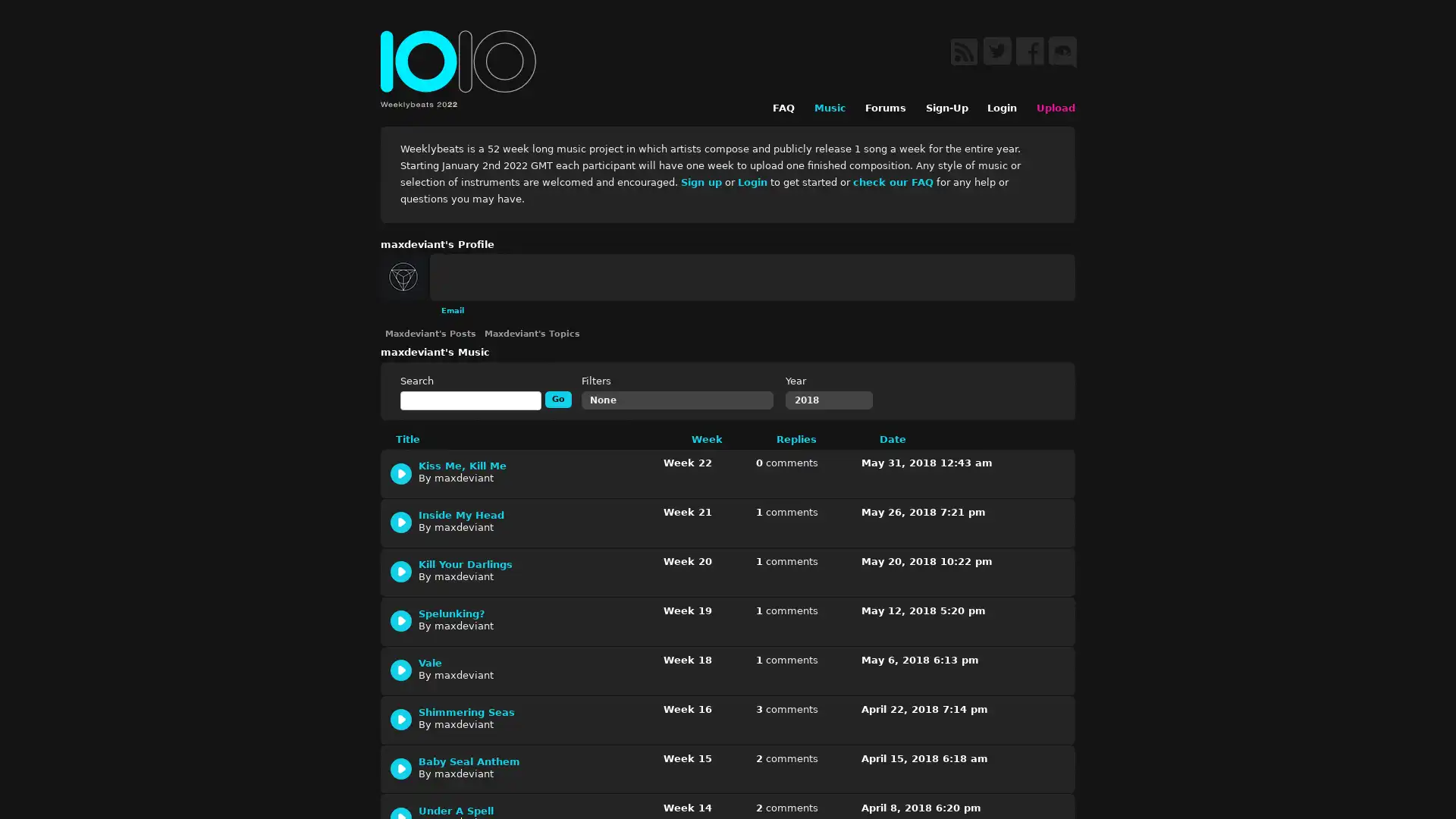  Describe the element at coordinates (557, 397) in the screenshot. I see `Go` at that location.